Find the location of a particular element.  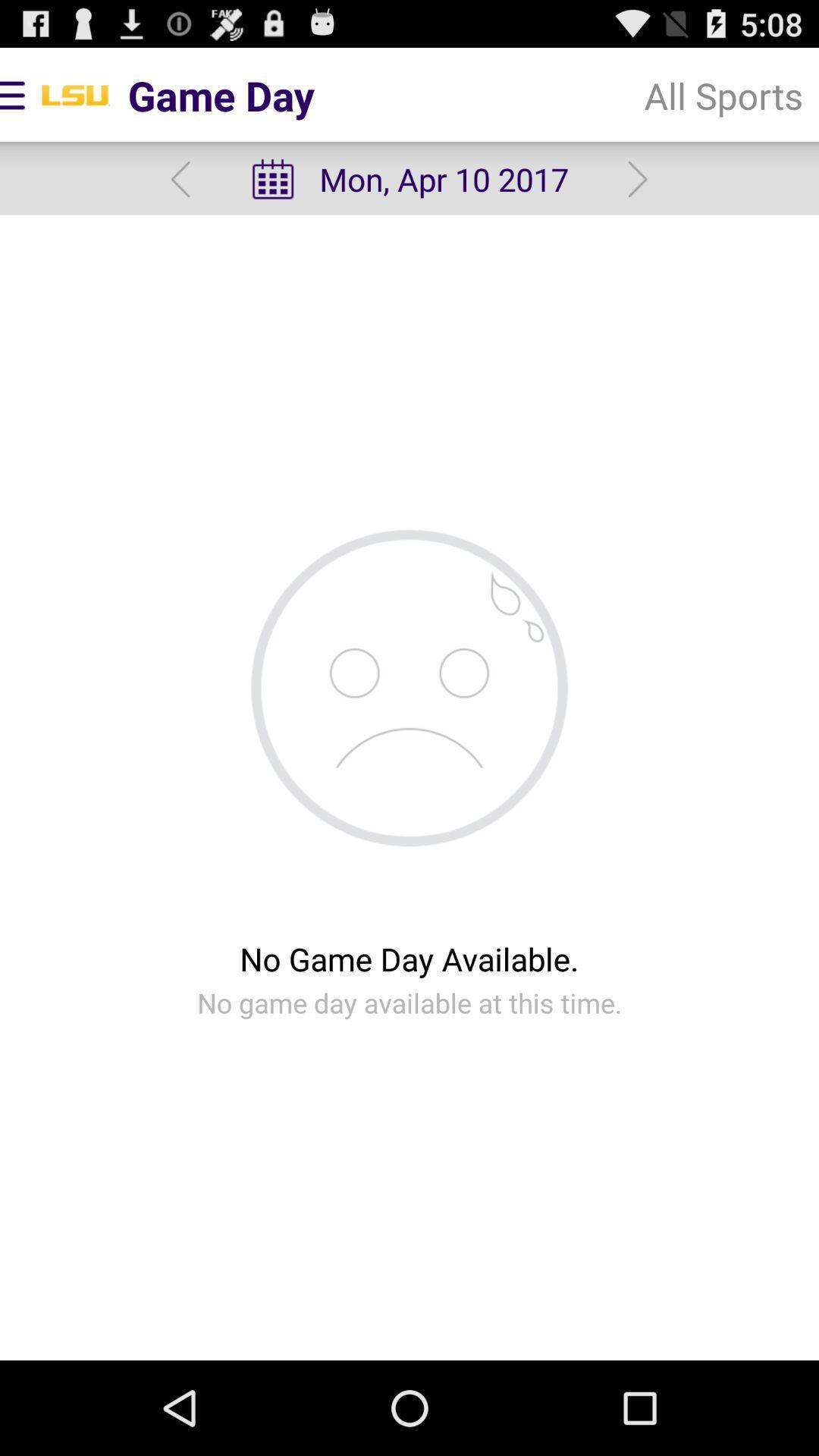

app next to the mon apr 10 is located at coordinates (723, 94).